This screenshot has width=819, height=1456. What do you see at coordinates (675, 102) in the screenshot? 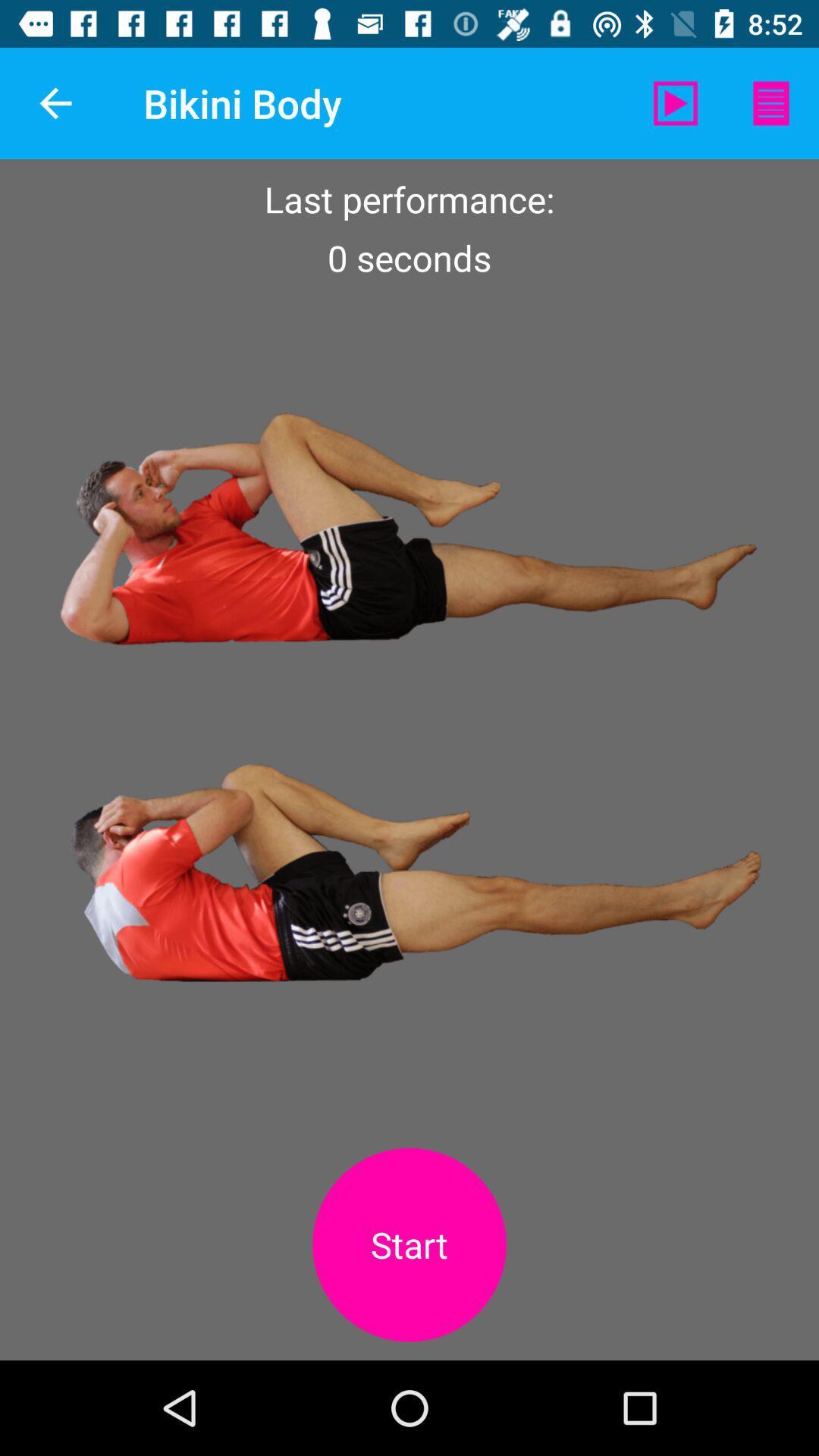
I see `the app next to bikini body item` at bounding box center [675, 102].